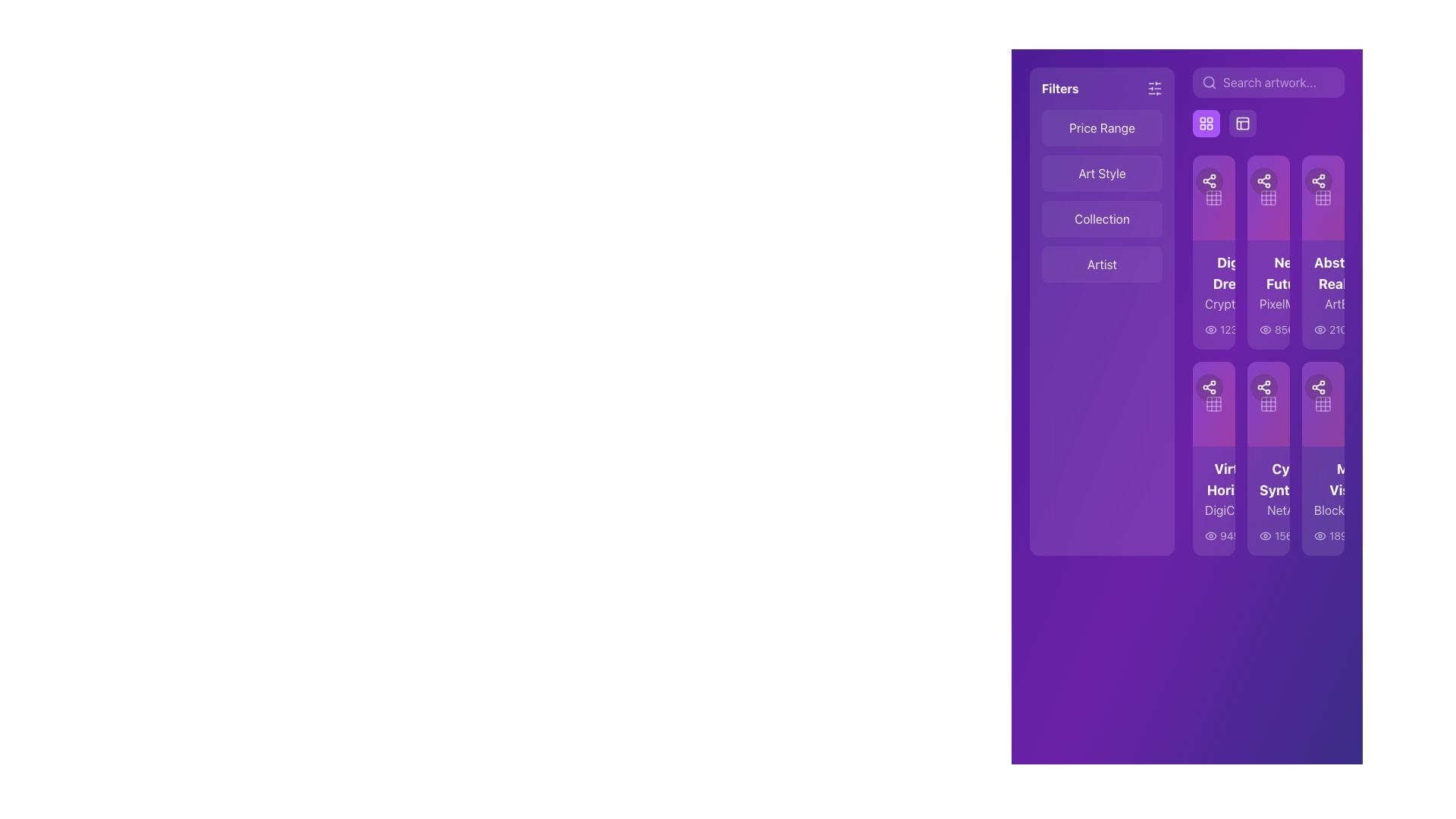 The height and width of the screenshot is (819, 1456). Describe the element at coordinates (1269, 102) in the screenshot. I see `the quick-action buttons in the upper-right corner of the composite UI component` at that location.